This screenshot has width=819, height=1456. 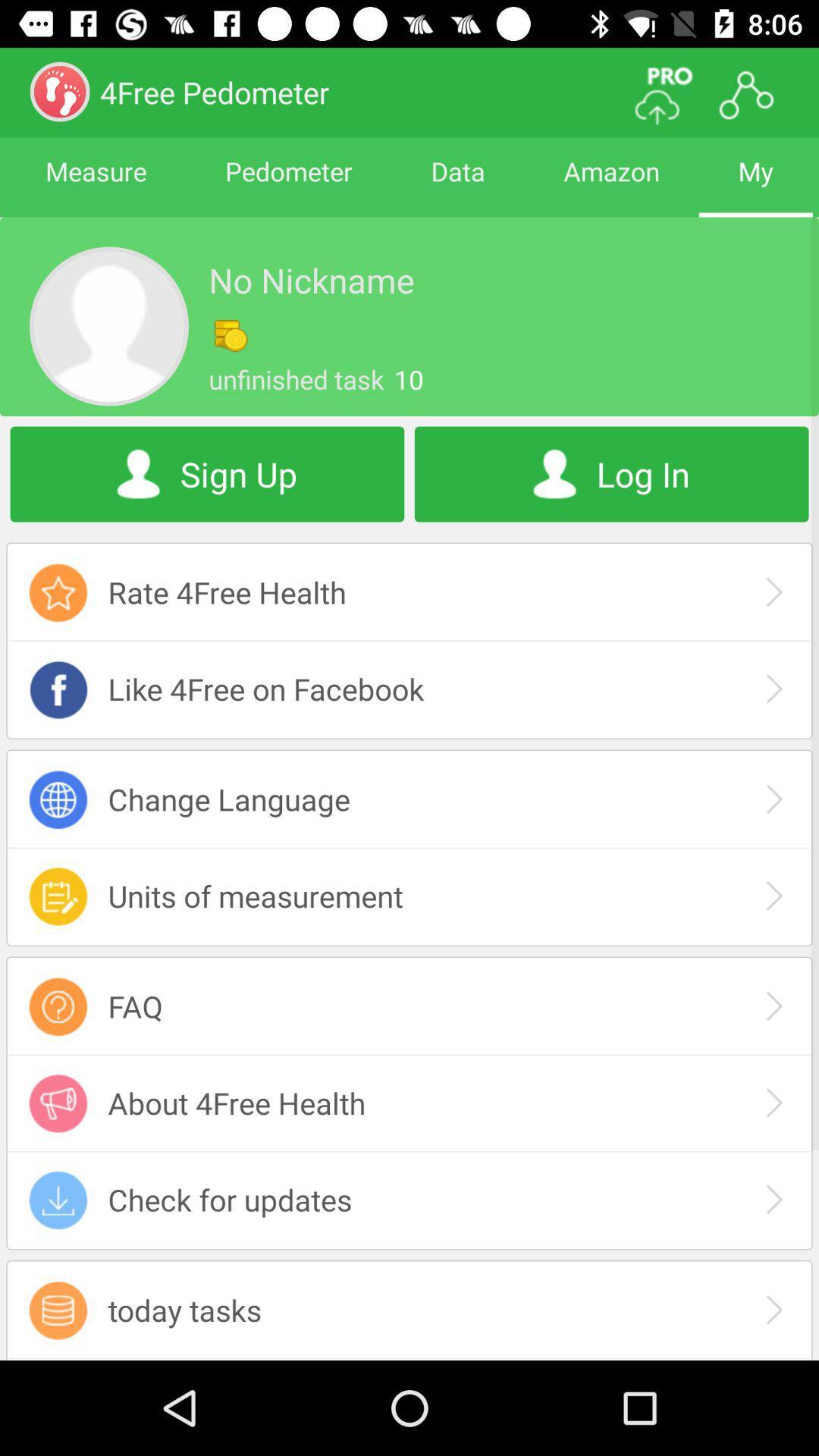 I want to click on today tasks icon, so click(x=409, y=1310).